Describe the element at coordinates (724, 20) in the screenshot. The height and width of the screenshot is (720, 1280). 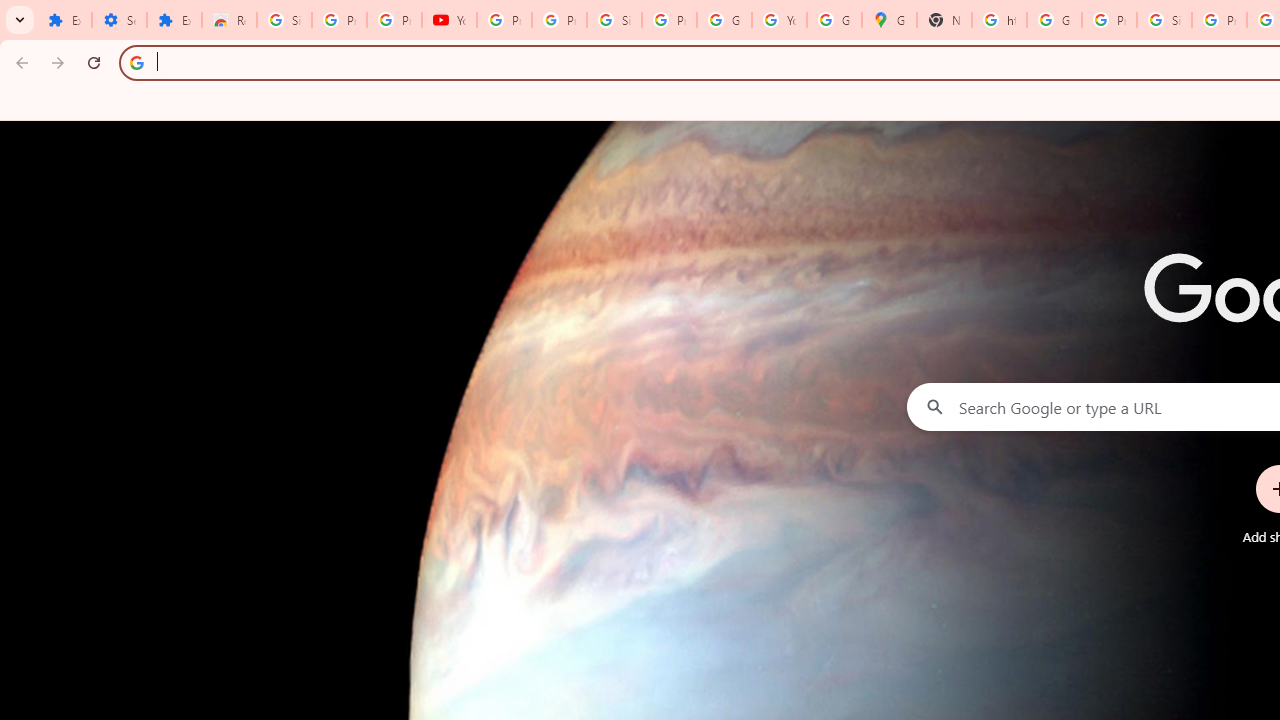
I see `'Google Account'` at that location.